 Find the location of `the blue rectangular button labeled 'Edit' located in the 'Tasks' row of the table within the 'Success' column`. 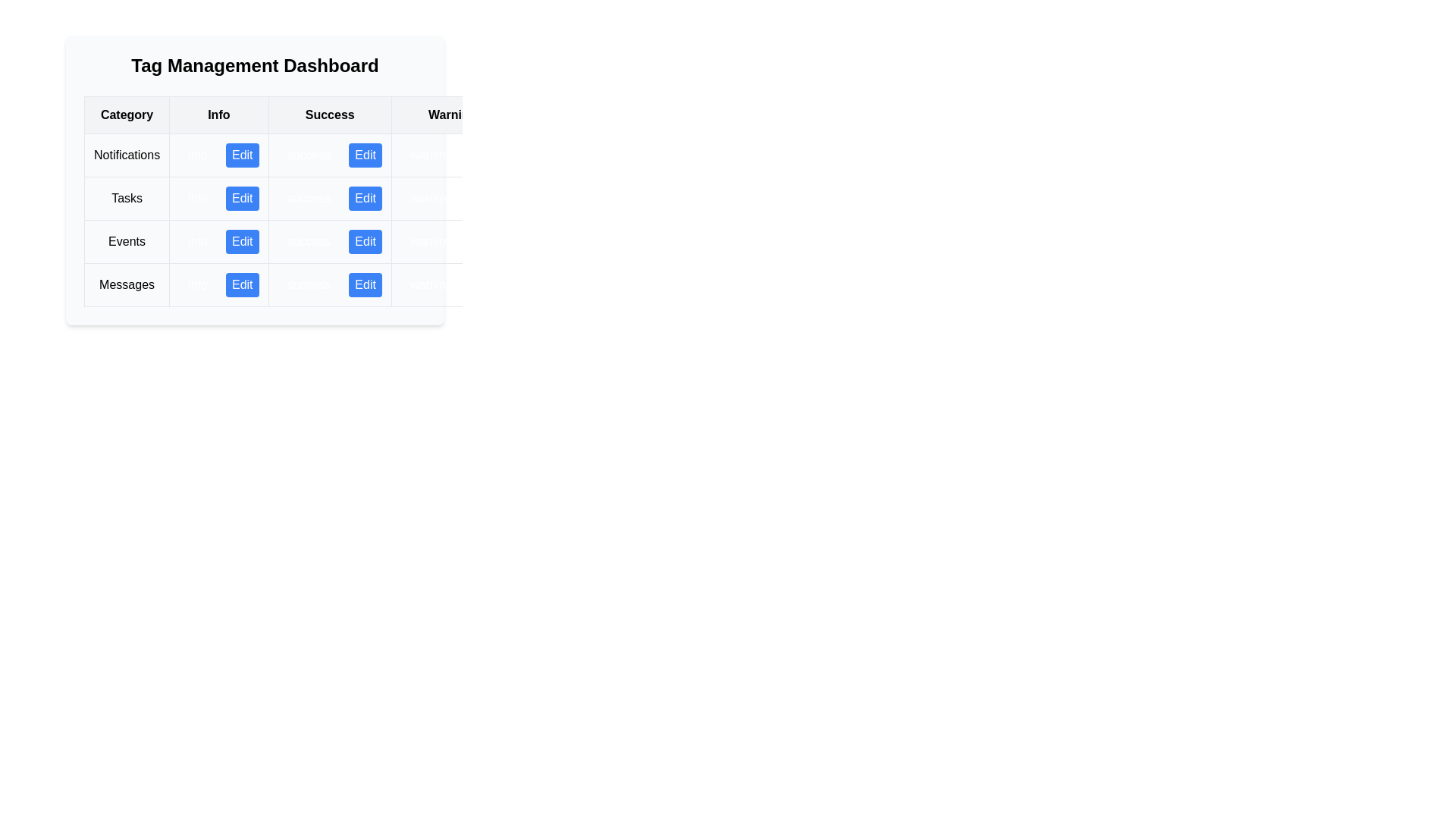

the blue rectangular button labeled 'Edit' located in the 'Tasks' row of the table within the 'Success' column is located at coordinates (350, 198).